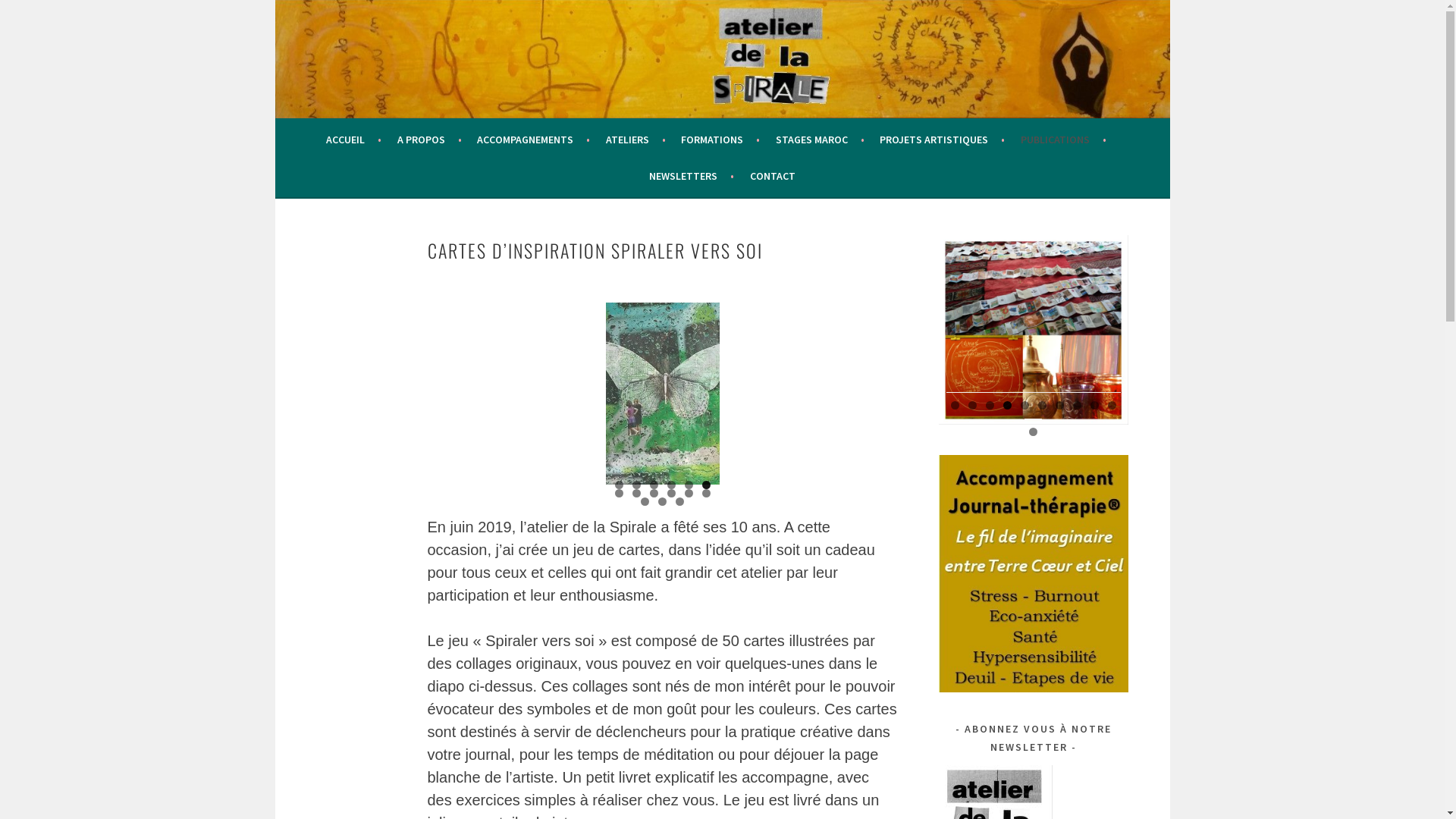  Describe the element at coordinates (1020, 140) in the screenshot. I see `'PUBLICATIONS'` at that location.